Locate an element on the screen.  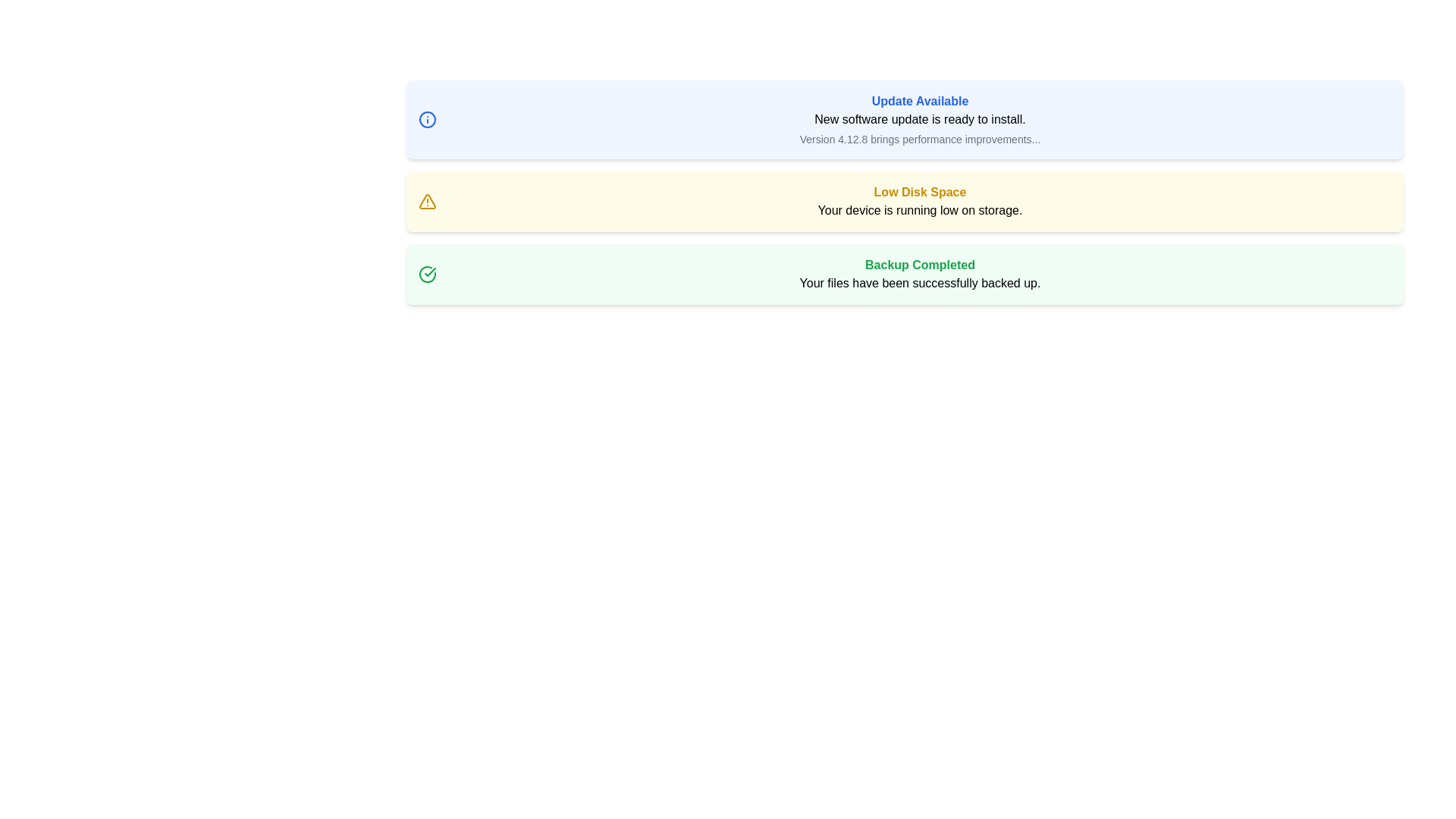
the text element displaying 'Backup Completed' in a bold green font located in the notification panel is located at coordinates (919, 265).